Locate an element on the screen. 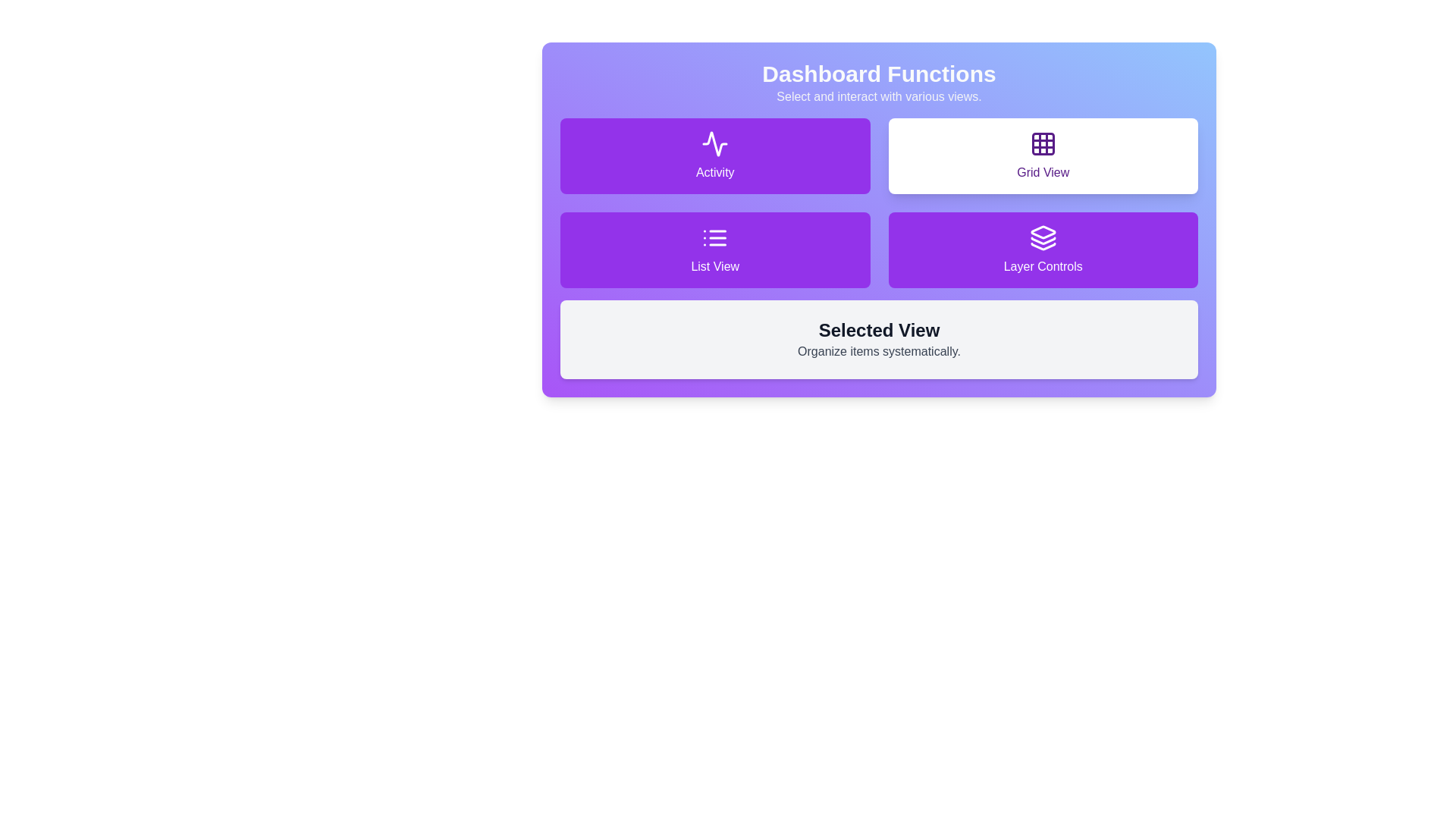  the 'Activity' text label which displays white text on a purple background, located in the upper-left quadrant of the grid layout under 'Dashboard Functions' is located at coordinates (714, 171).